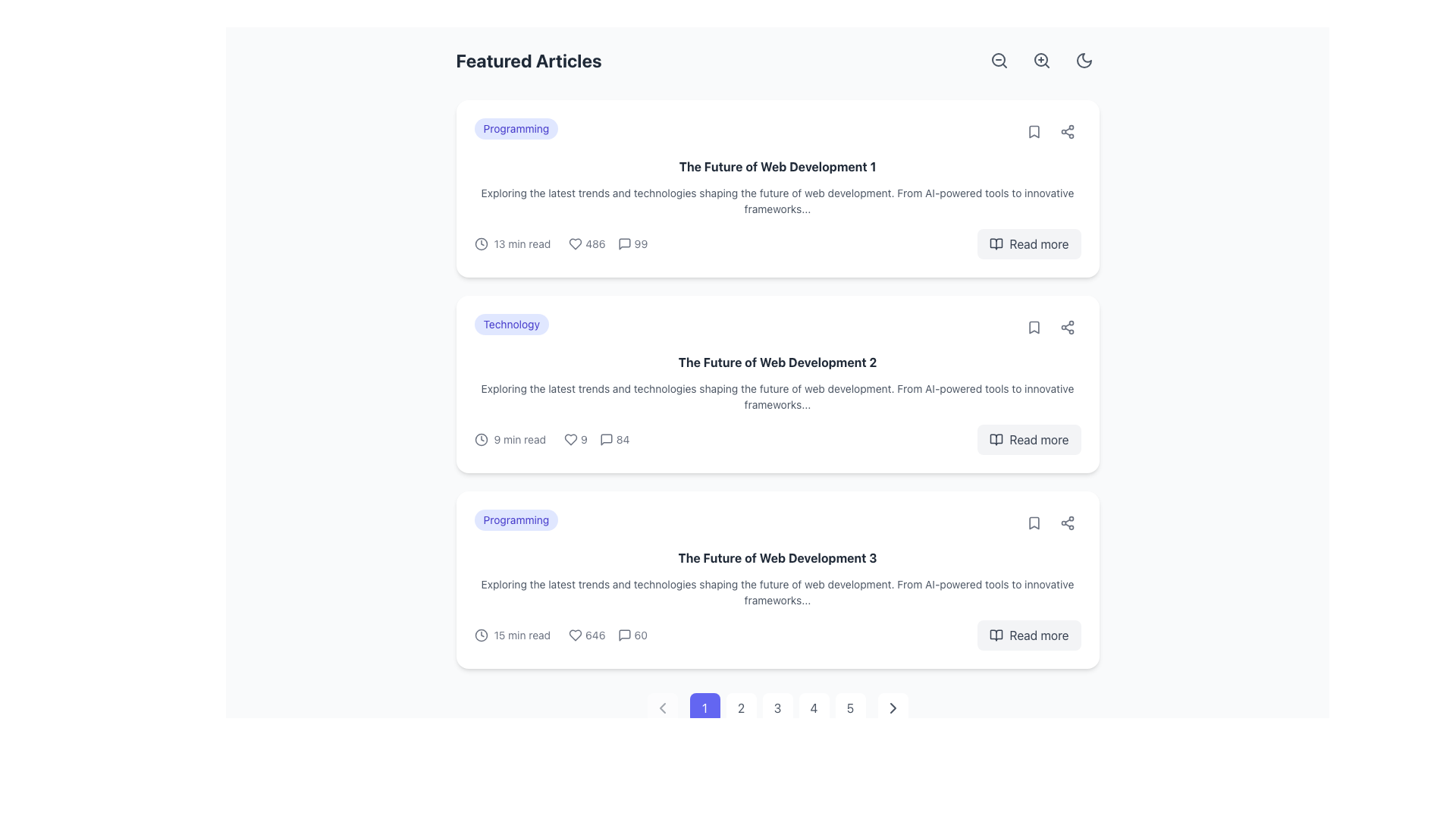  I want to click on the open book SVG icon component located within the 'Read more' button in the first content card under the heading 'The Future of Web Development 1.', so click(996, 243).